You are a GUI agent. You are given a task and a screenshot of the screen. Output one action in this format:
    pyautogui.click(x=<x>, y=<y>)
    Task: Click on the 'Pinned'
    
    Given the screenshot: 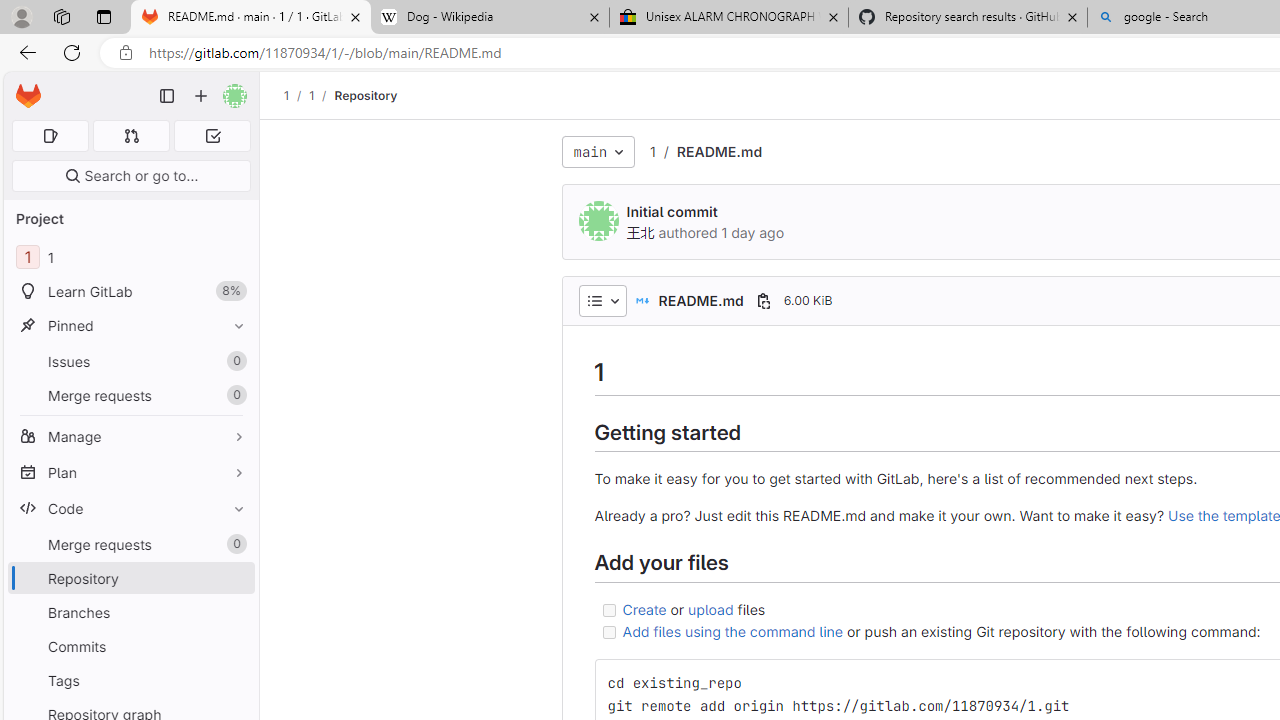 What is the action you would take?
    pyautogui.click(x=130, y=324)
    